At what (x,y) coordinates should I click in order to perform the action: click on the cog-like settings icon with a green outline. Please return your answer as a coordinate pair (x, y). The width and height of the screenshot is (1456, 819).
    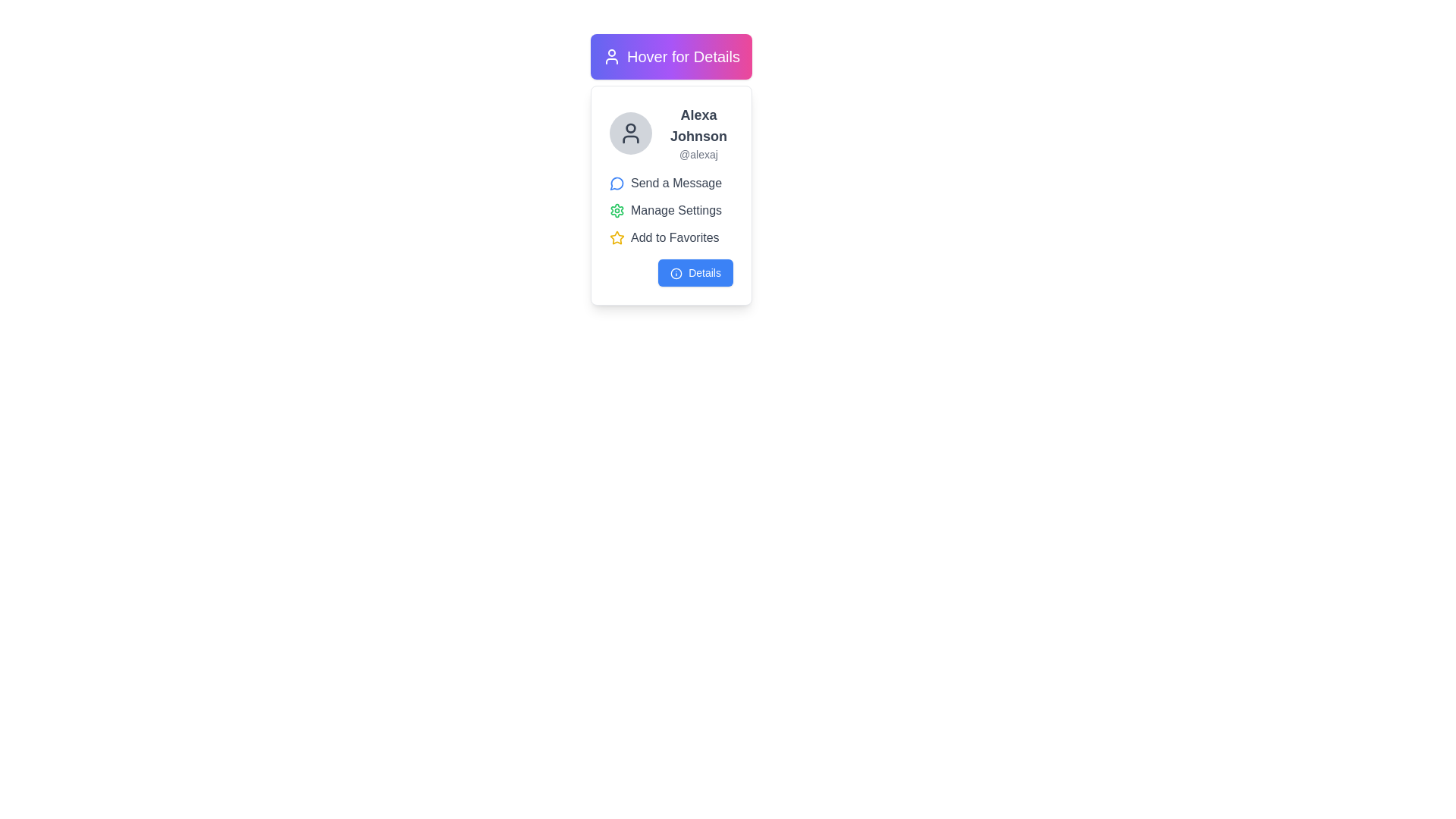
    Looking at the image, I should click on (617, 210).